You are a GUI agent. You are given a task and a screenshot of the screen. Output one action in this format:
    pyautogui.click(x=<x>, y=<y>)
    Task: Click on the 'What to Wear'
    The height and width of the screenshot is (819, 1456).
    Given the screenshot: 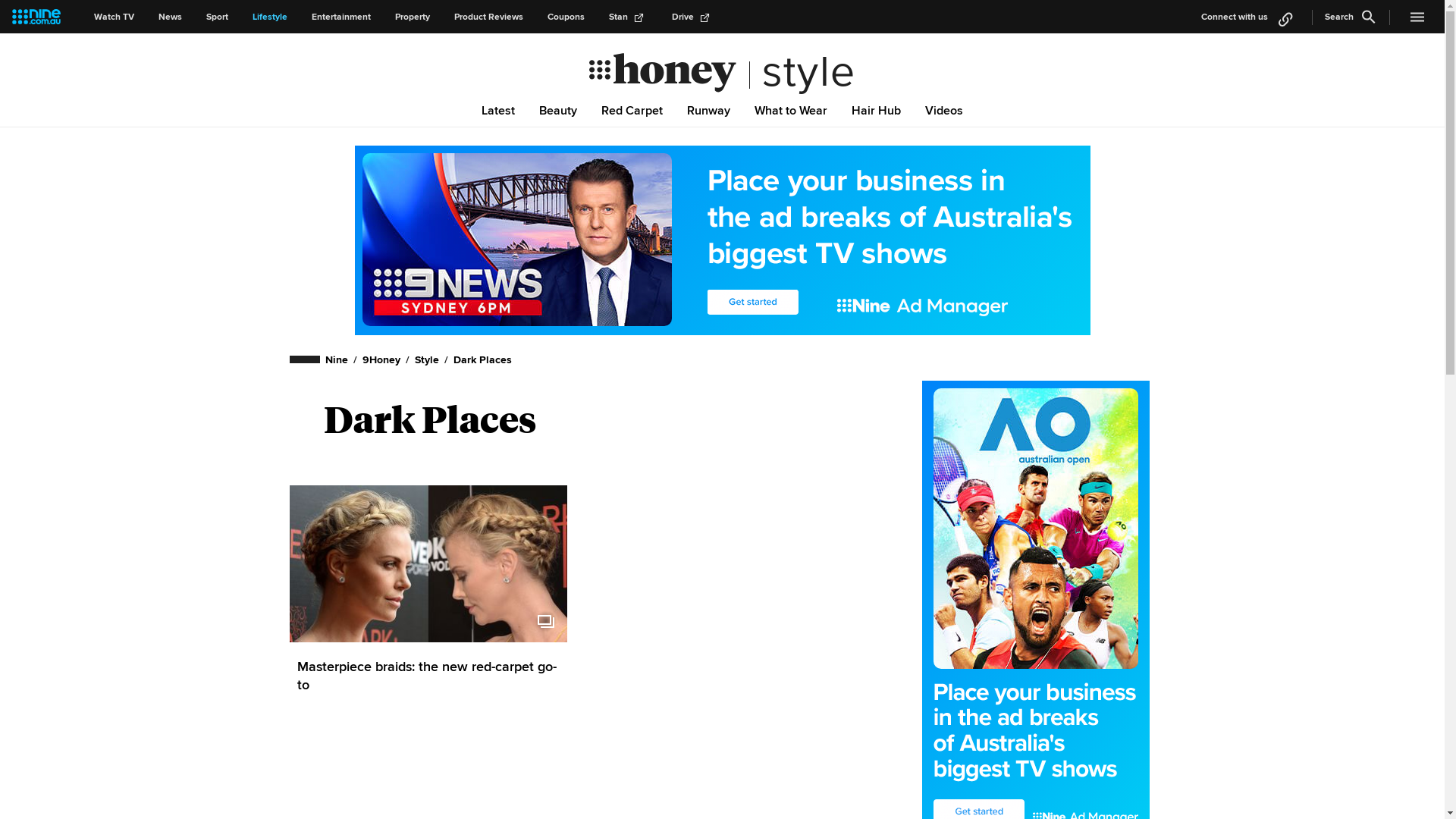 What is the action you would take?
    pyautogui.click(x=789, y=109)
    